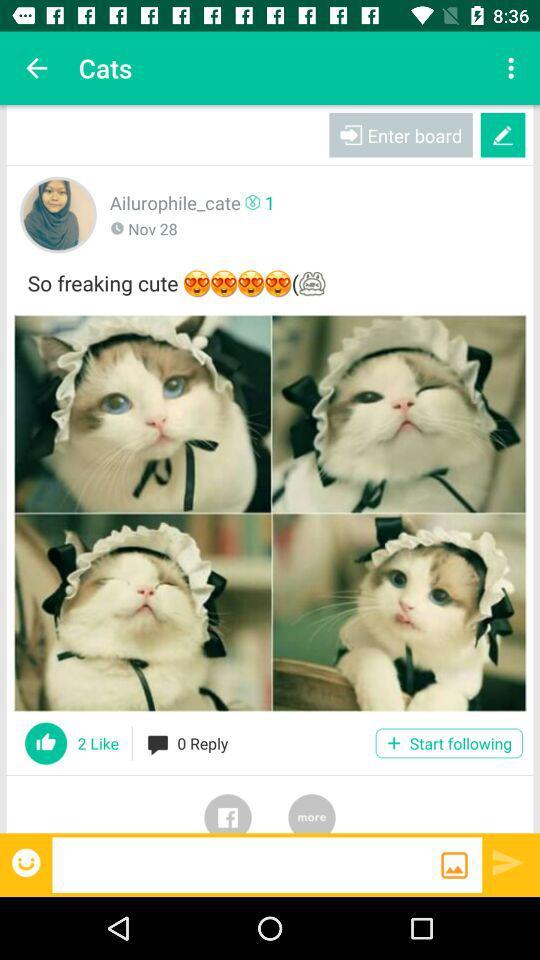 Image resolution: width=540 pixels, height=960 pixels. What do you see at coordinates (246, 863) in the screenshot?
I see `type a comment` at bounding box center [246, 863].